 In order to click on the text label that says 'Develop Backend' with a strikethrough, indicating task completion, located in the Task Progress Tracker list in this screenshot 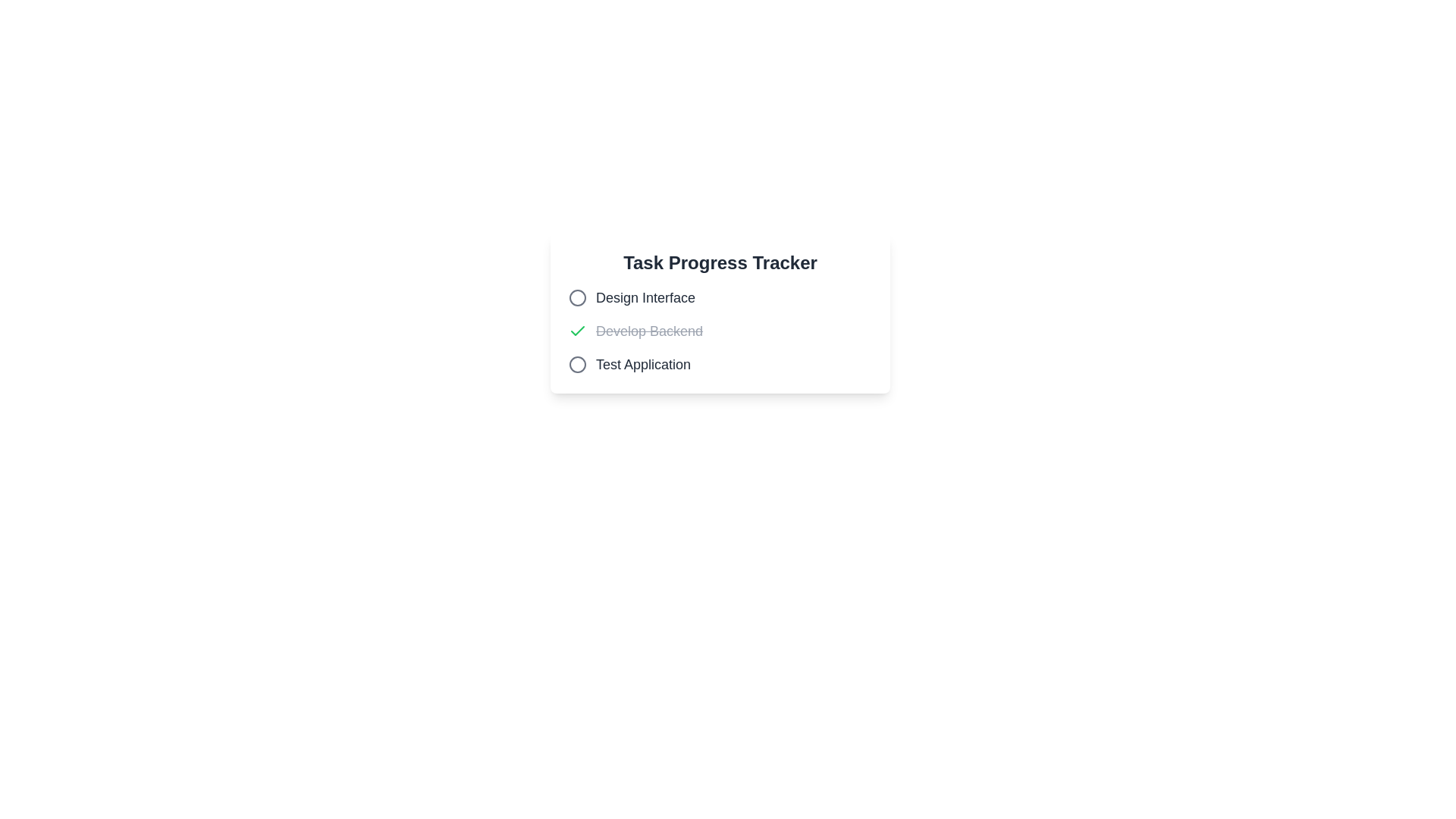, I will do `click(649, 330)`.